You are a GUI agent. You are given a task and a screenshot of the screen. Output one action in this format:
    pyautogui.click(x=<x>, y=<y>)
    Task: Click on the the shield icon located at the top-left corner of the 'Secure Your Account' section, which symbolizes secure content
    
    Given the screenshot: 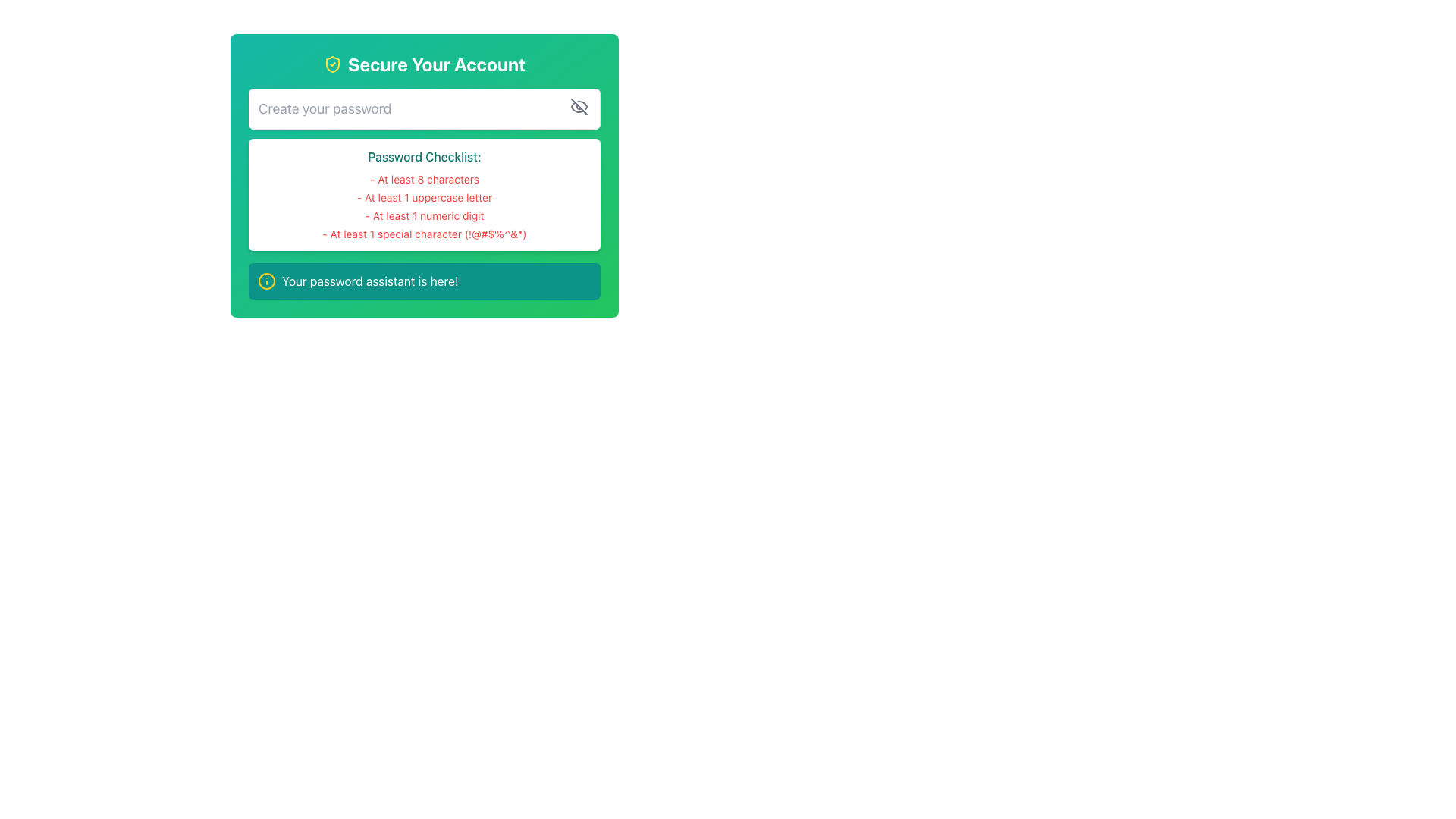 What is the action you would take?
    pyautogui.click(x=331, y=63)
    